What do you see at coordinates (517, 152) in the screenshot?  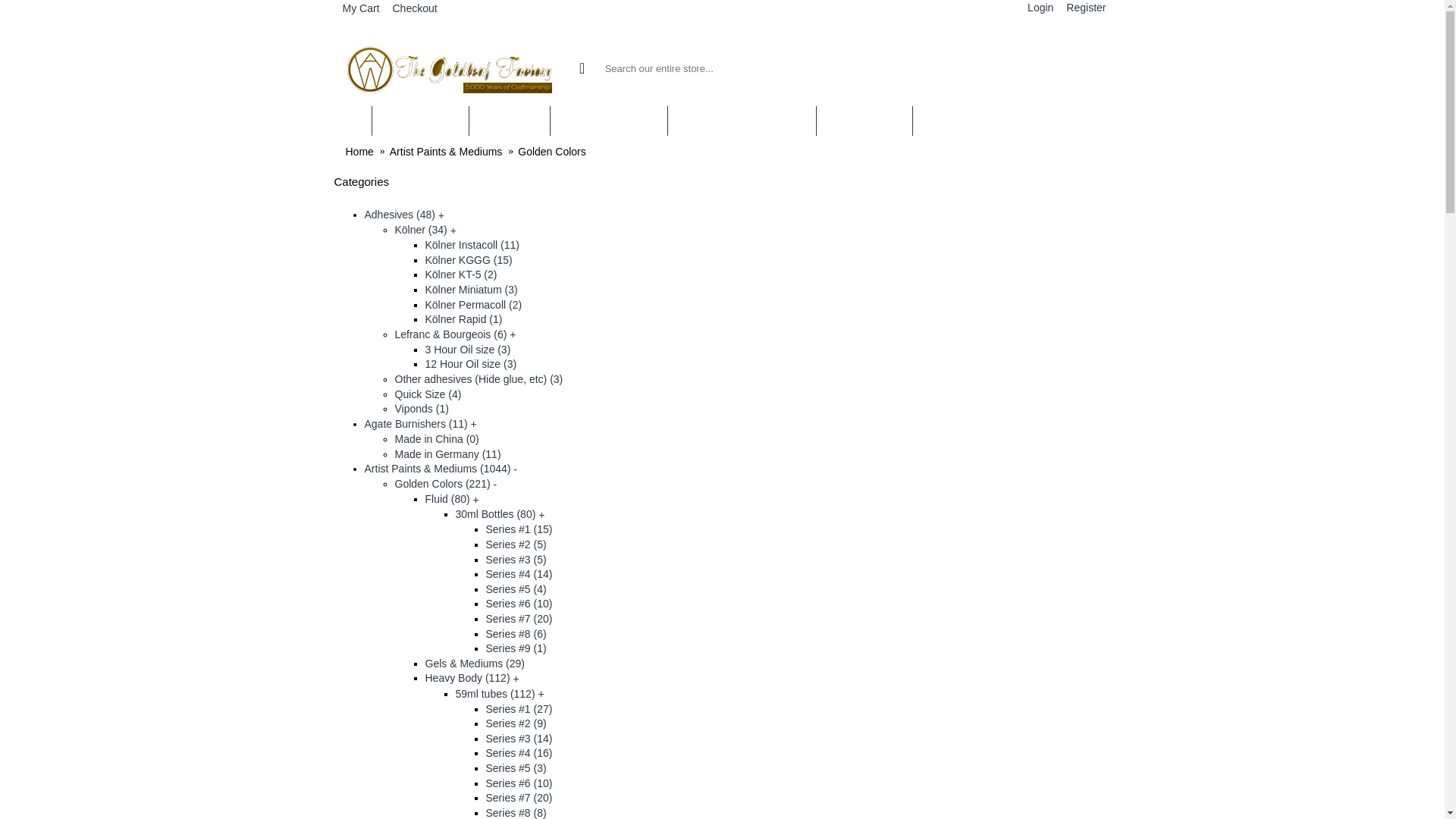 I see `'Golden Colors'` at bounding box center [517, 152].